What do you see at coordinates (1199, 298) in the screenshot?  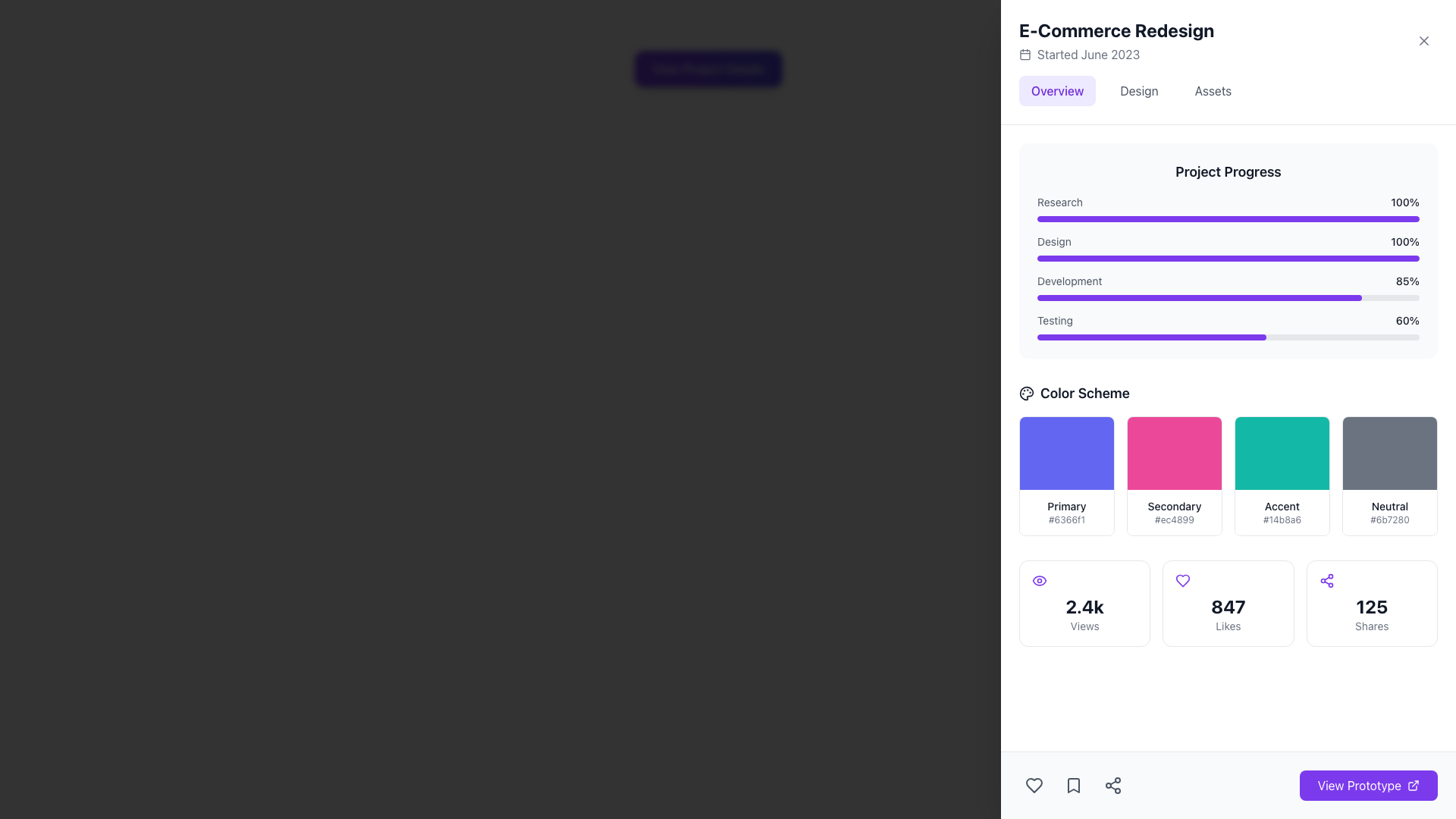 I see `the inner progress bar indicator representing 85% of the 'Development' task in the 'Project Progress' section` at bounding box center [1199, 298].